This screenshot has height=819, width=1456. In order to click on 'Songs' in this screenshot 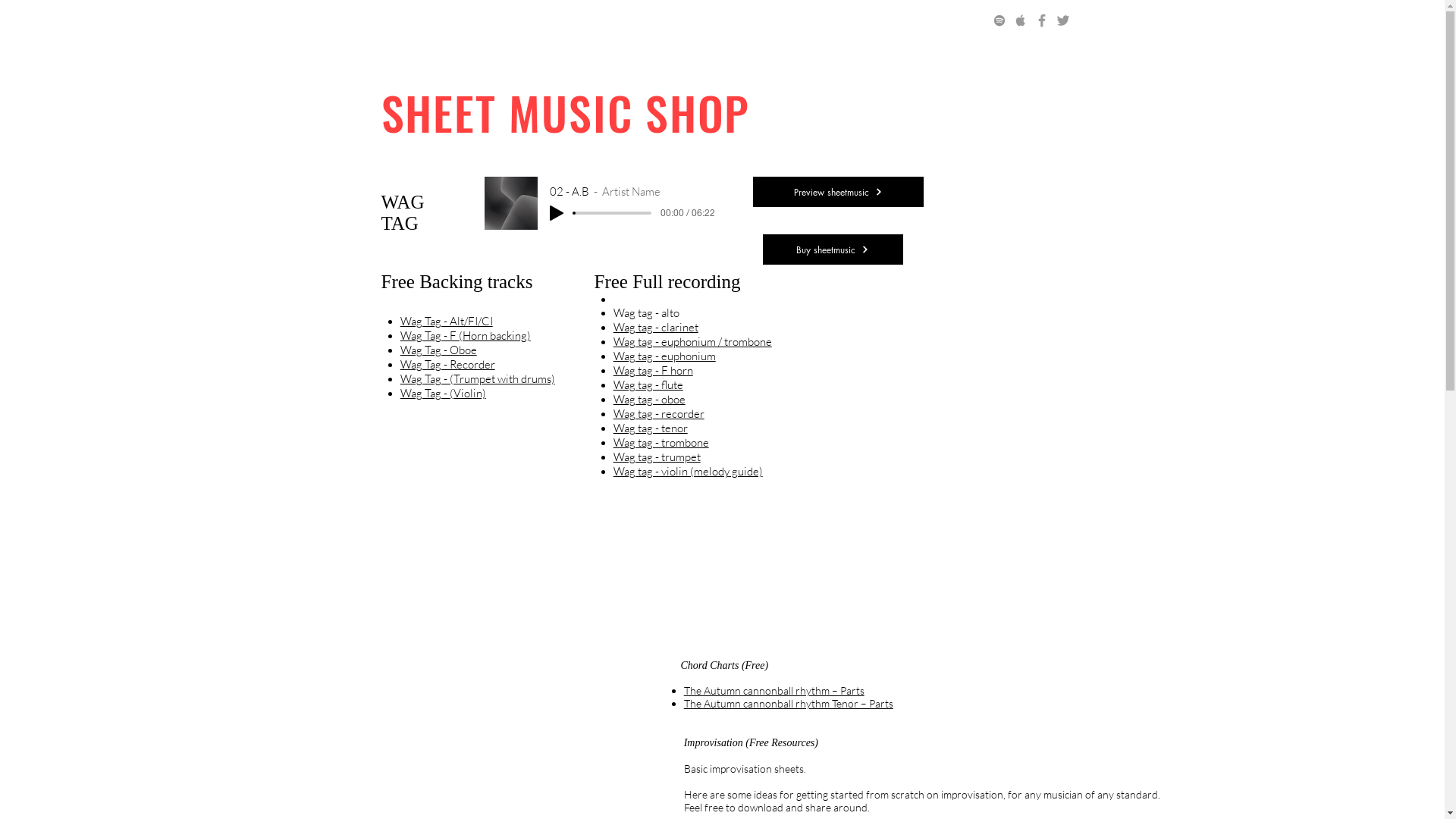, I will do `click(442, 22)`.